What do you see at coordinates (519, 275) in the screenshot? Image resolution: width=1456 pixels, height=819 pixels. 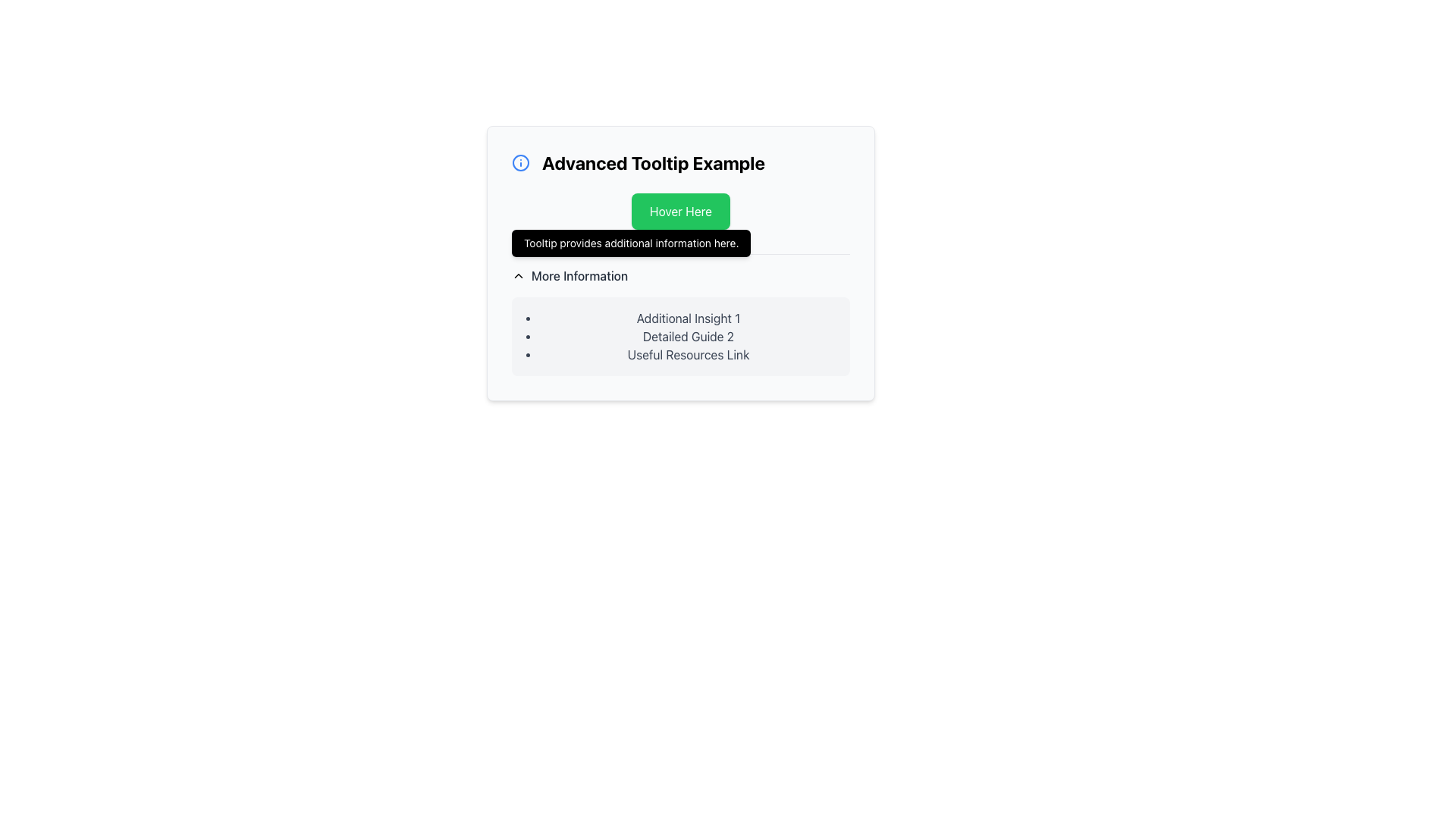 I see `the chevron icon` at bounding box center [519, 275].